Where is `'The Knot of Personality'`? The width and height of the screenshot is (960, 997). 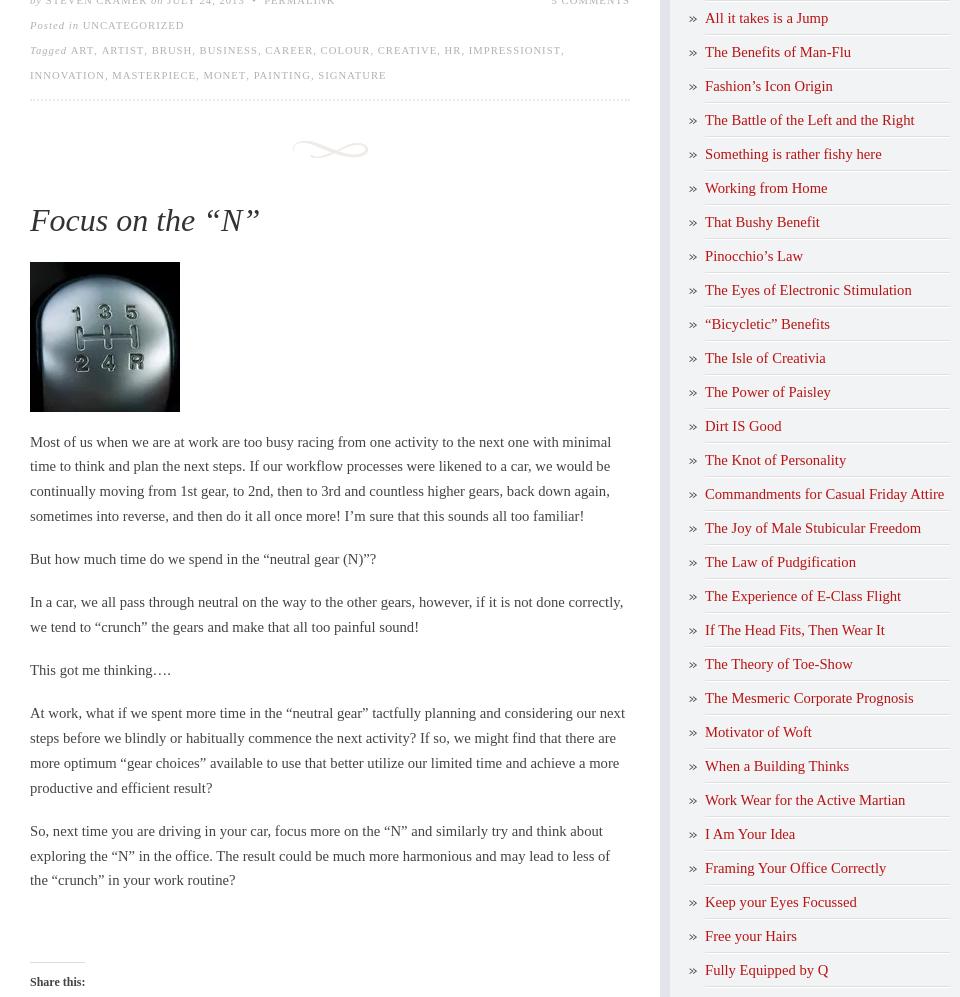
'The Knot of Personality' is located at coordinates (774, 459).